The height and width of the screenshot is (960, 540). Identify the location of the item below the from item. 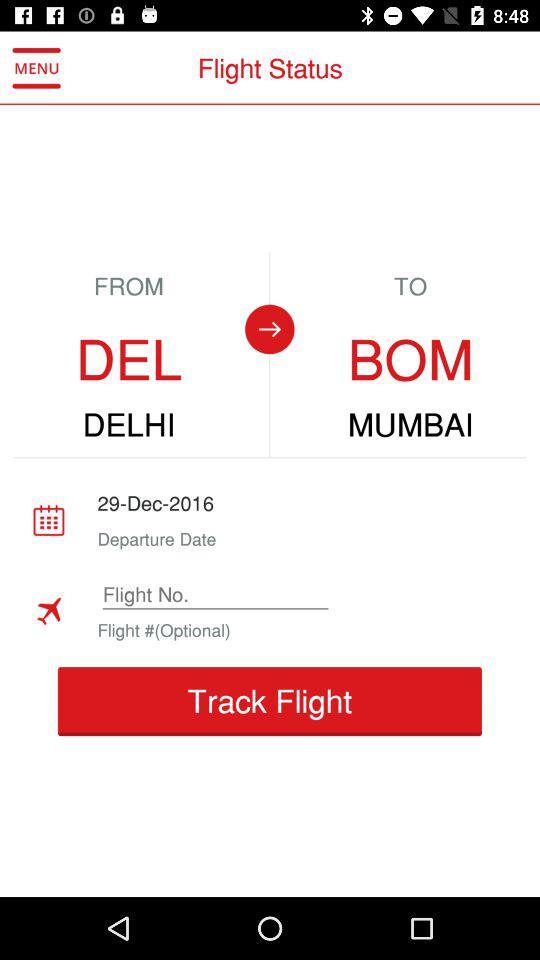
(129, 360).